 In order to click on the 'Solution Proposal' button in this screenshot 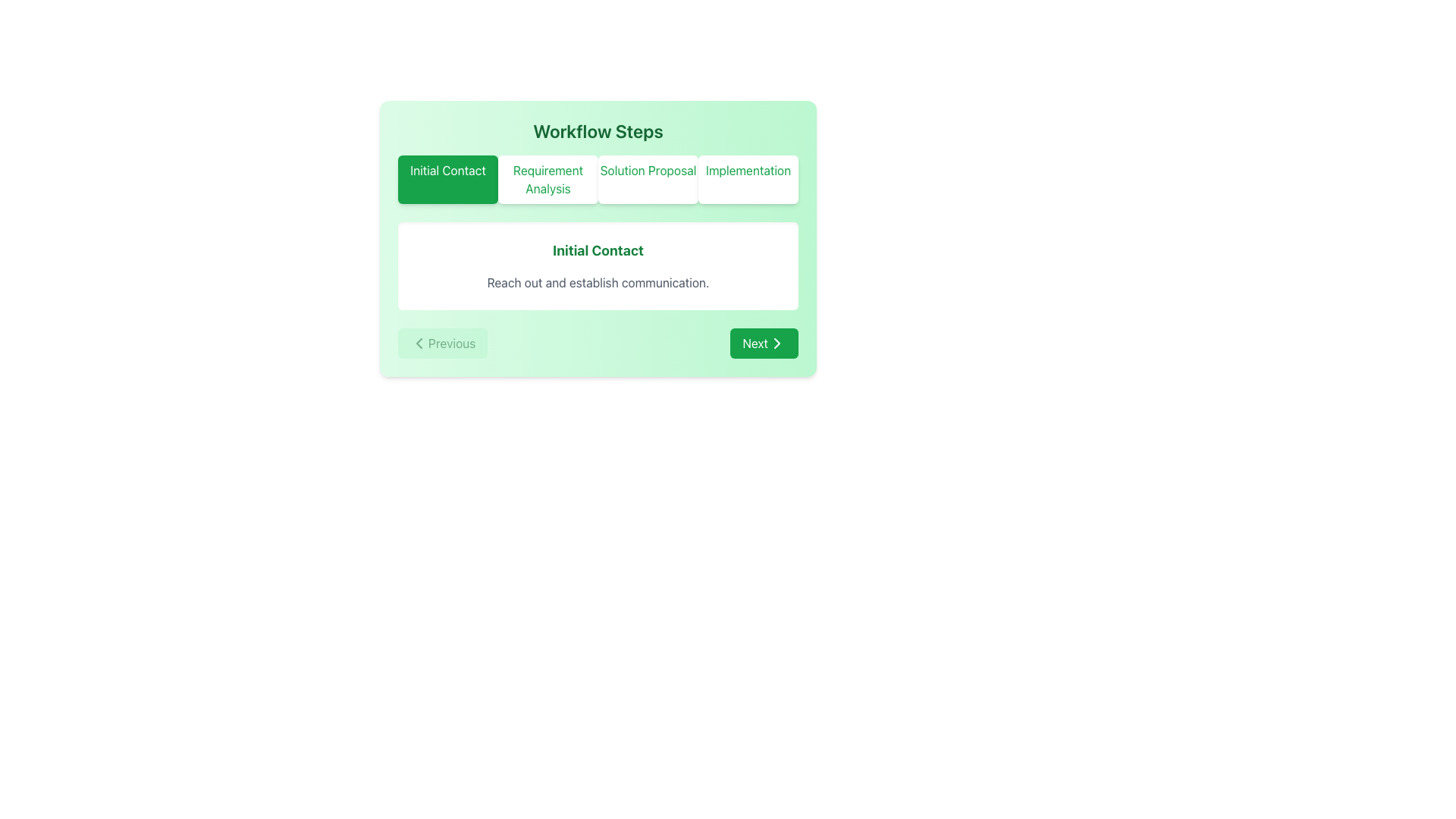, I will do `click(648, 178)`.